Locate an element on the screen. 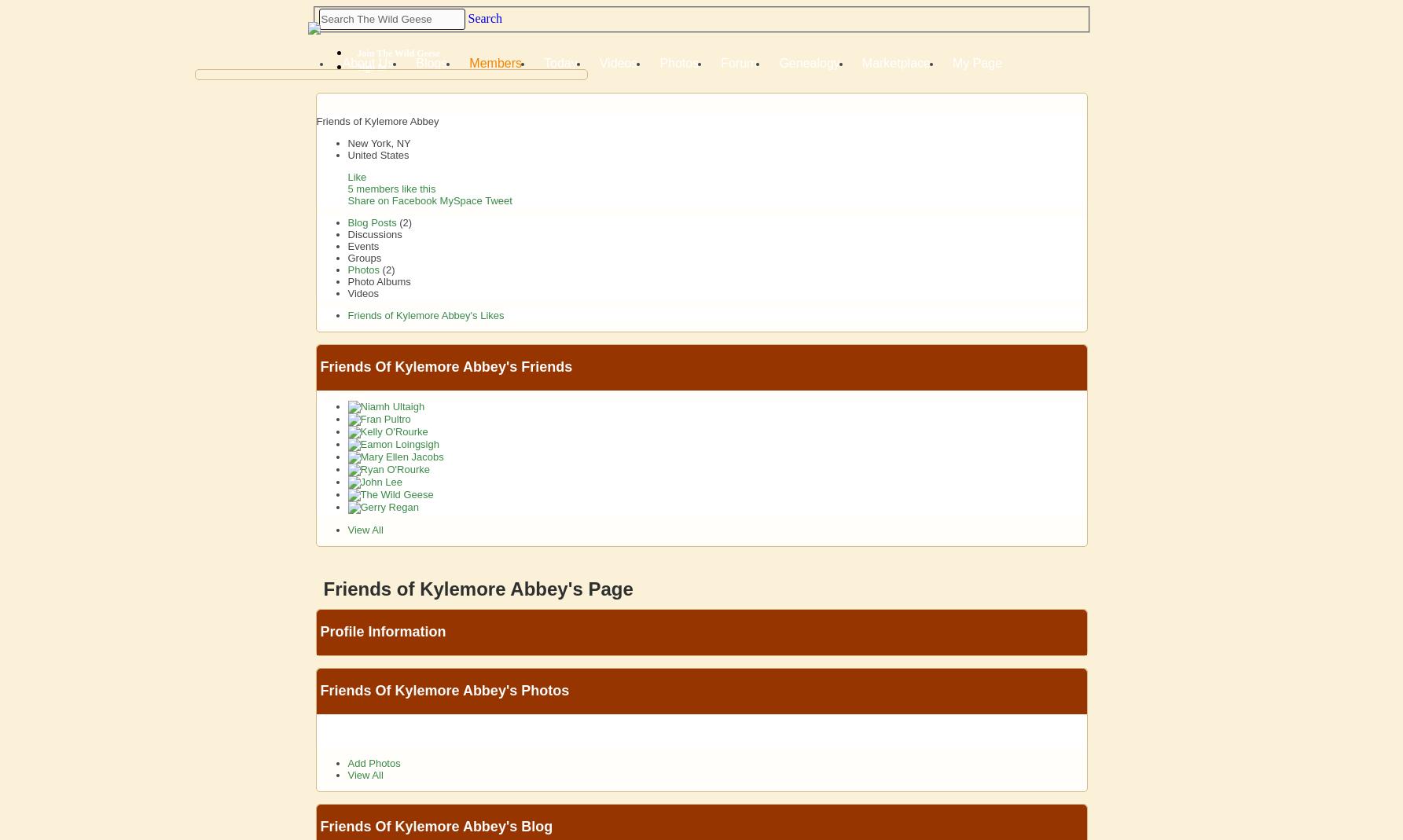 This screenshot has height=840, width=1403. 'United States' is located at coordinates (377, 155).